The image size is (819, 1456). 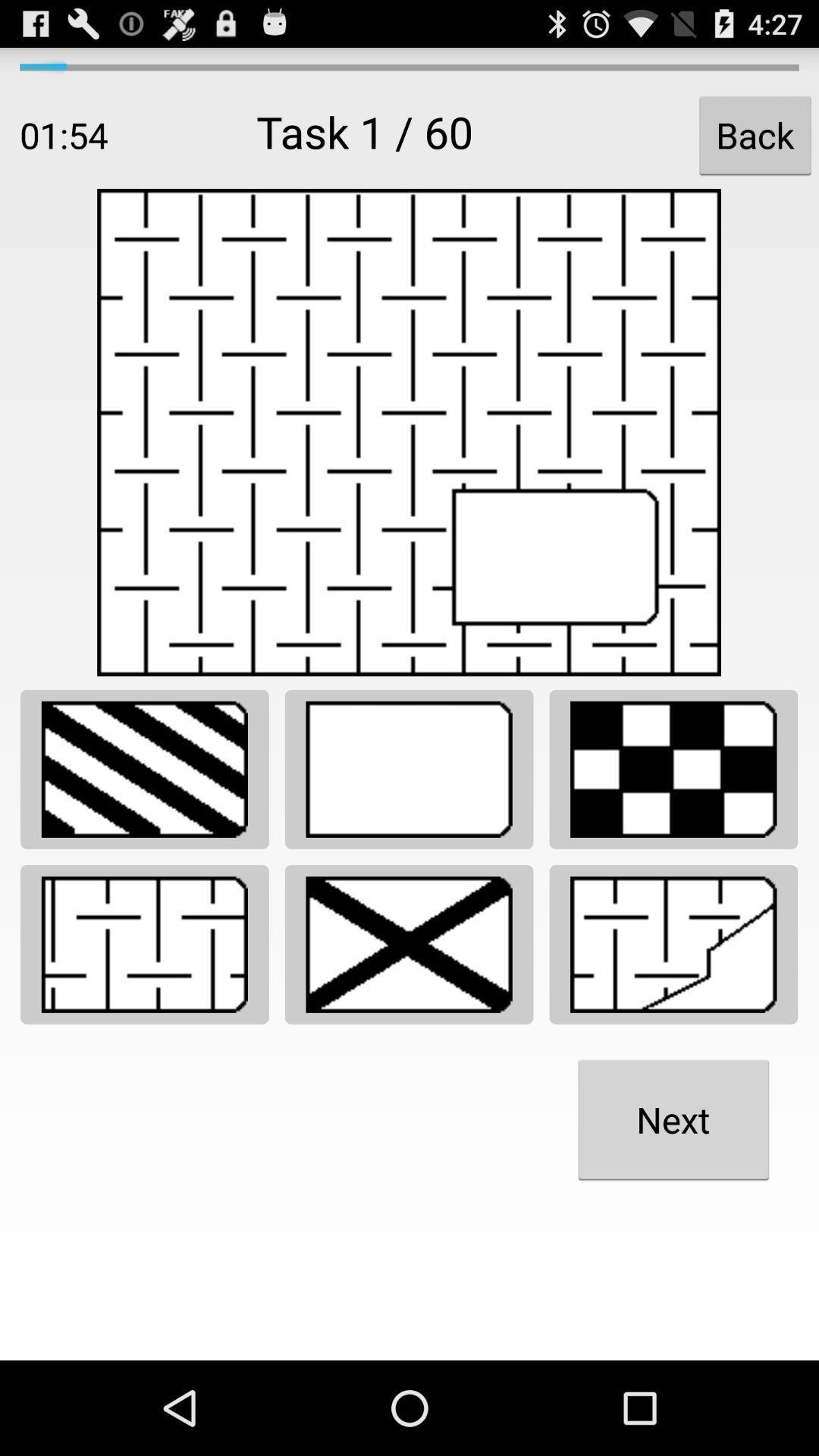 What do you see at coordinates (144, 769) in the screenshot?
I see `pattern answer` at bounding box center [144, 769].